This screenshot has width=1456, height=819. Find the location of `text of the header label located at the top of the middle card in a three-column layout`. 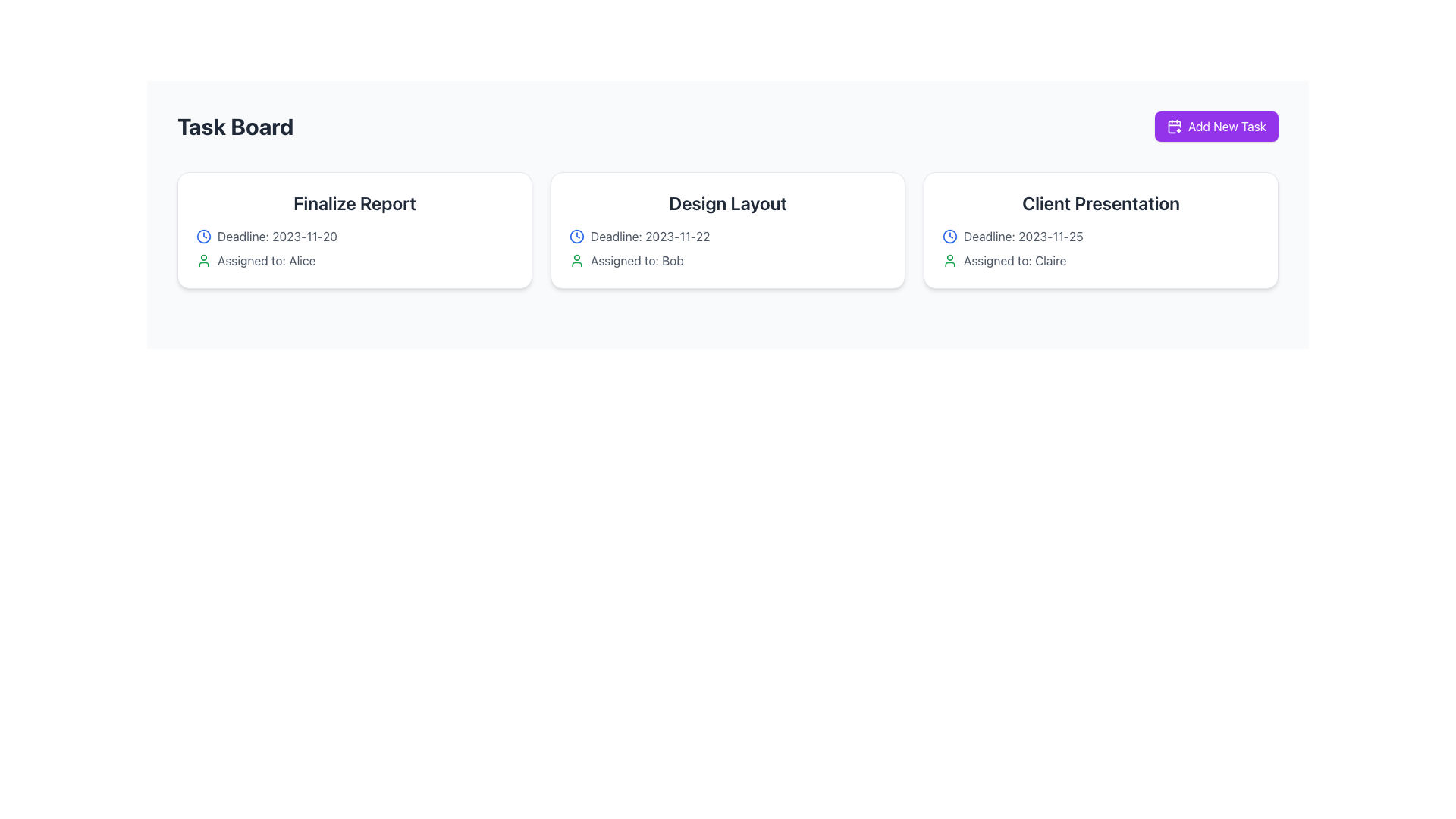

text of the header label located at the top of the middle card in a three-column layout is located at coordinates (728, 202).